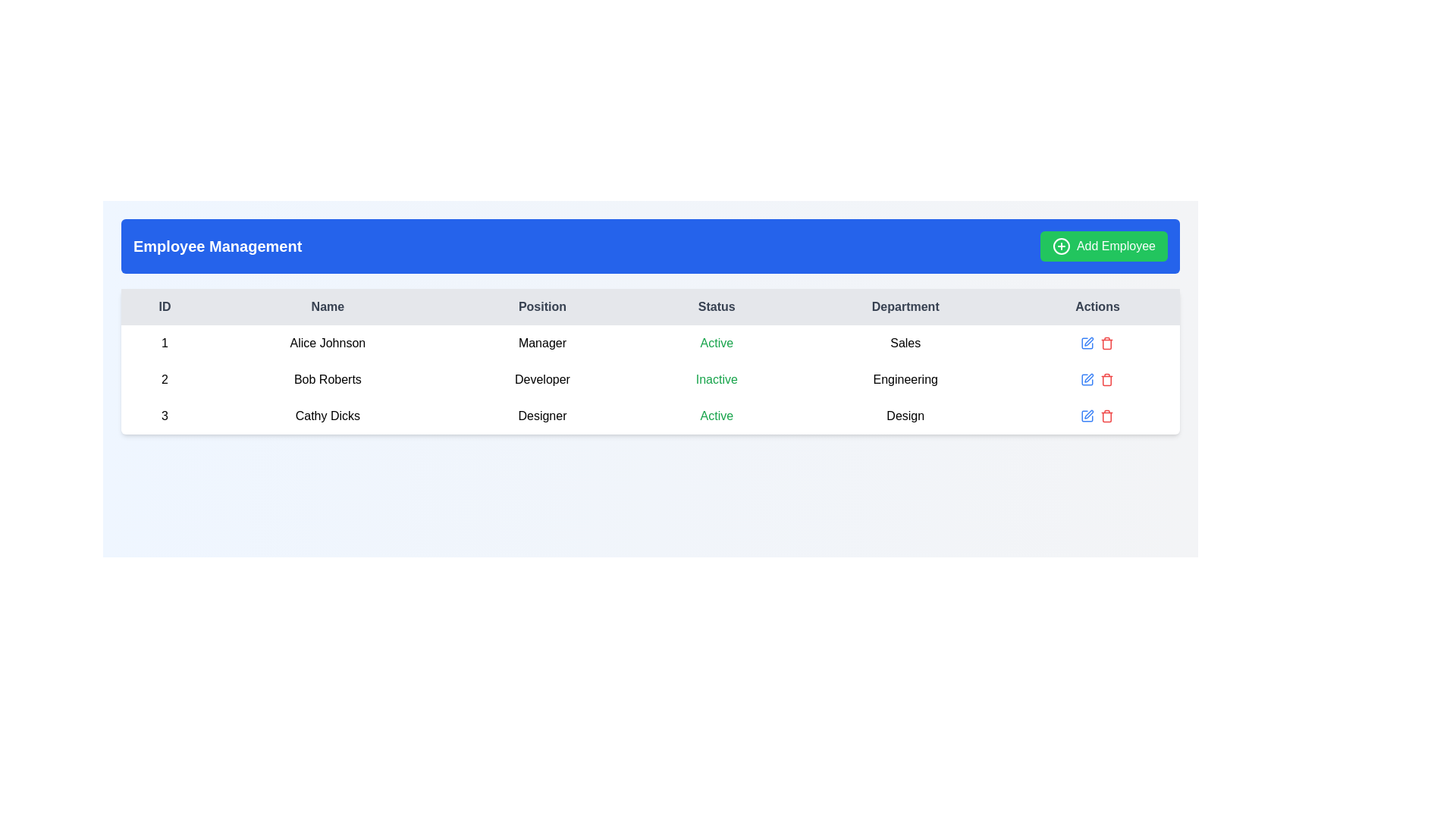  Describe the element at coordinates (1097, 343) in the screenshot. I see `the action icons (edit and delete) in the 'Actions' column of the first row corresponding to Alice Johnson` at that location.